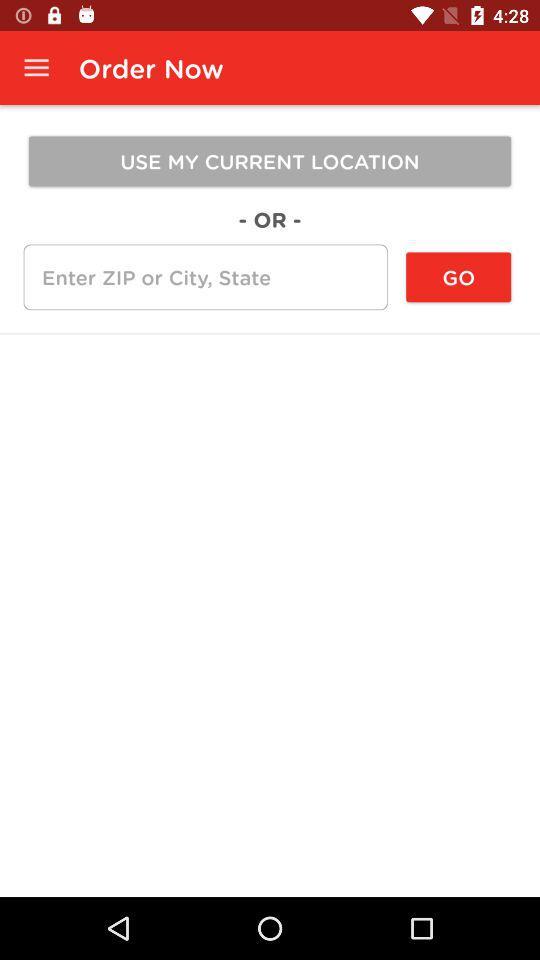  What do you see at coordinates (204, 276) in the screenshot?
I see `item to the left of the go` at bounding box center [204, 276].